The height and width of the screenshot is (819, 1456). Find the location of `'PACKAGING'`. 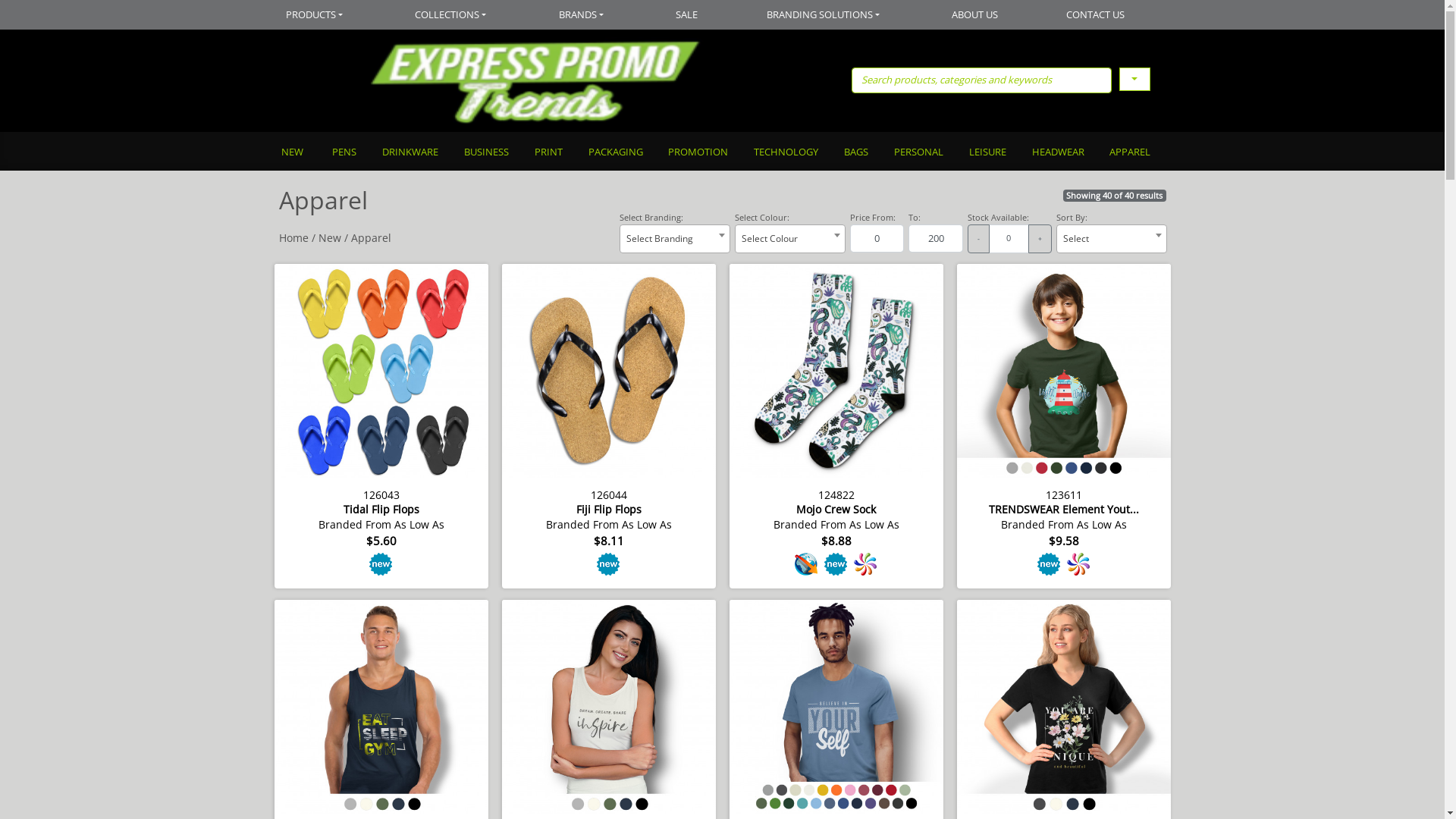

'PACKAGING' is located at coordinates (615, 152).